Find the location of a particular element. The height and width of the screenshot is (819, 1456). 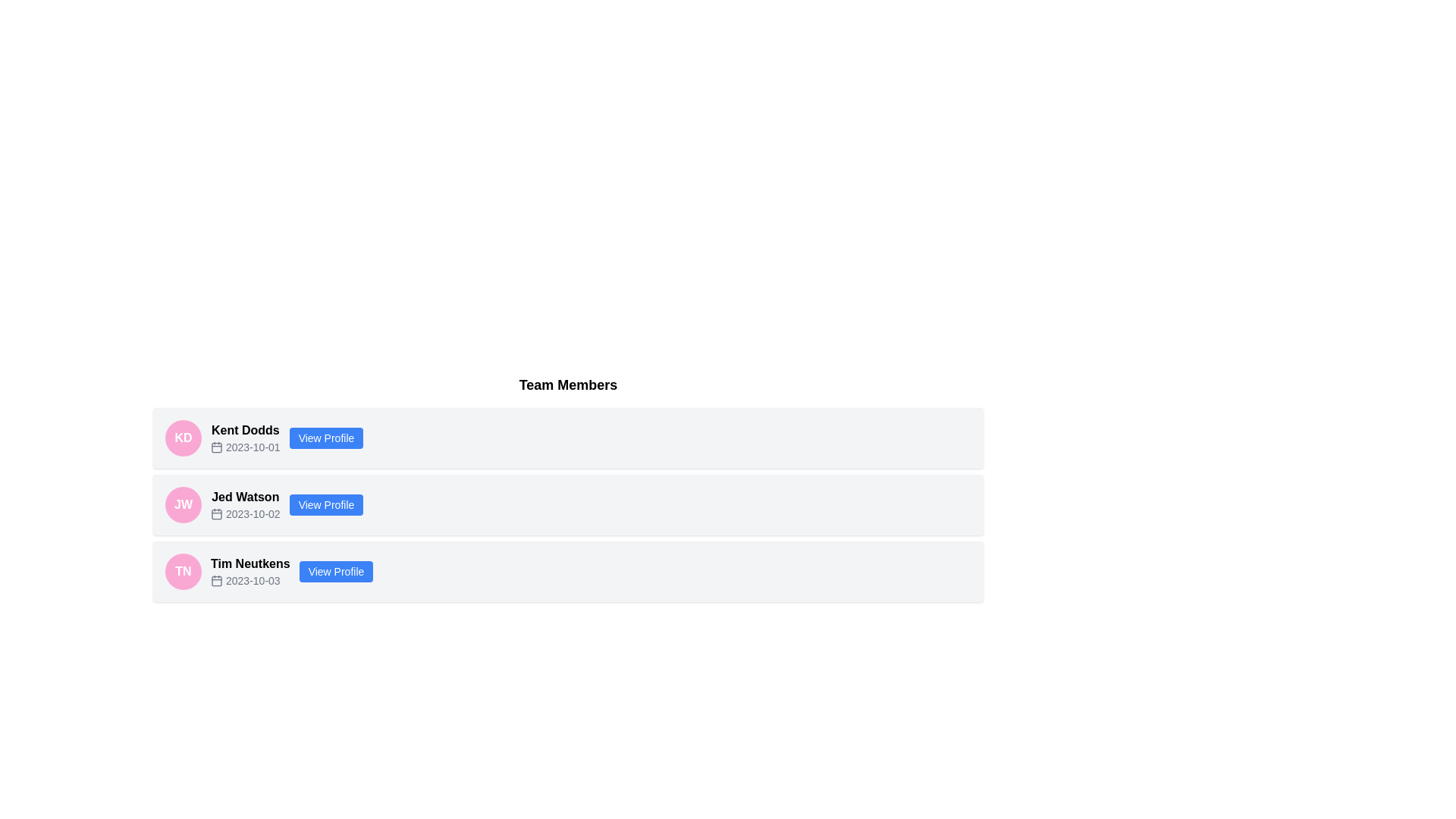

date text '2023-10-02' displayed next to the calendar icon in the second row of the user entries list is located at coordinates (245, 513).